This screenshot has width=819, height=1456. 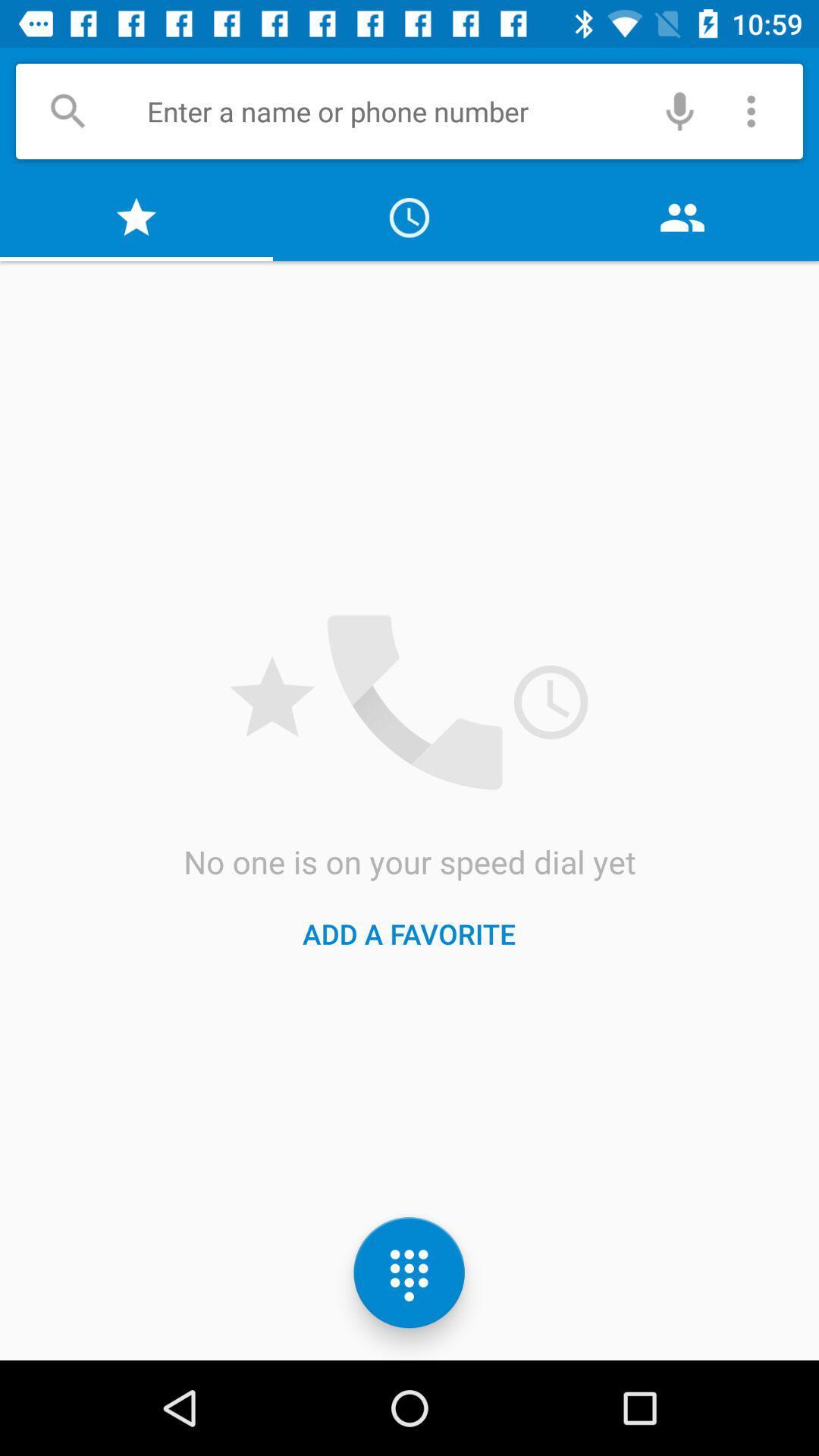 I want to click on the dialpad icon, so click(x=409, y=1272).